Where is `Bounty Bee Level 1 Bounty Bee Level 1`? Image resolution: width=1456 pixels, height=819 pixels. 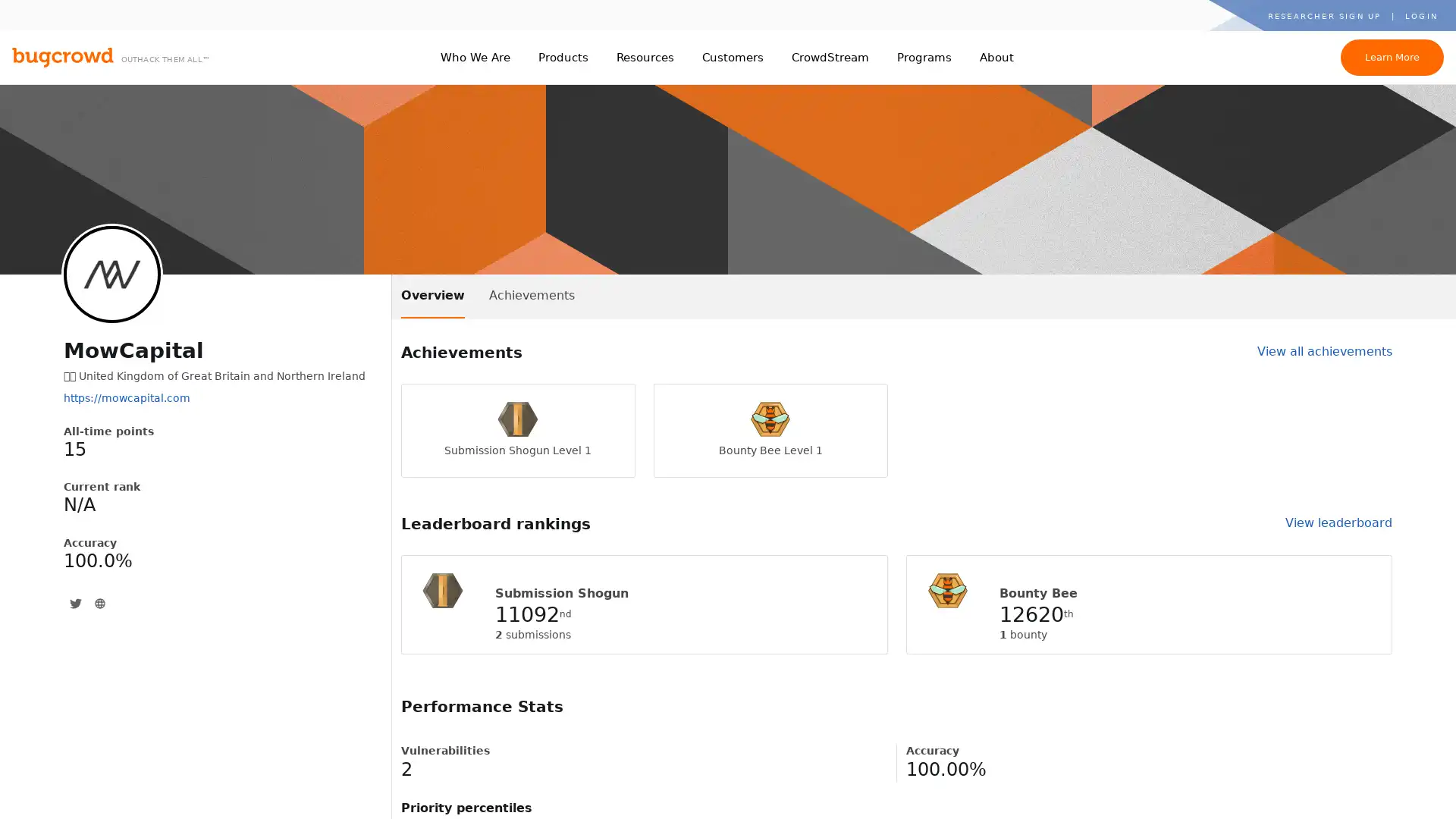
Bounty Bee Level 1 Bounty Bee Level 1 is located at coordinates (770, 430).